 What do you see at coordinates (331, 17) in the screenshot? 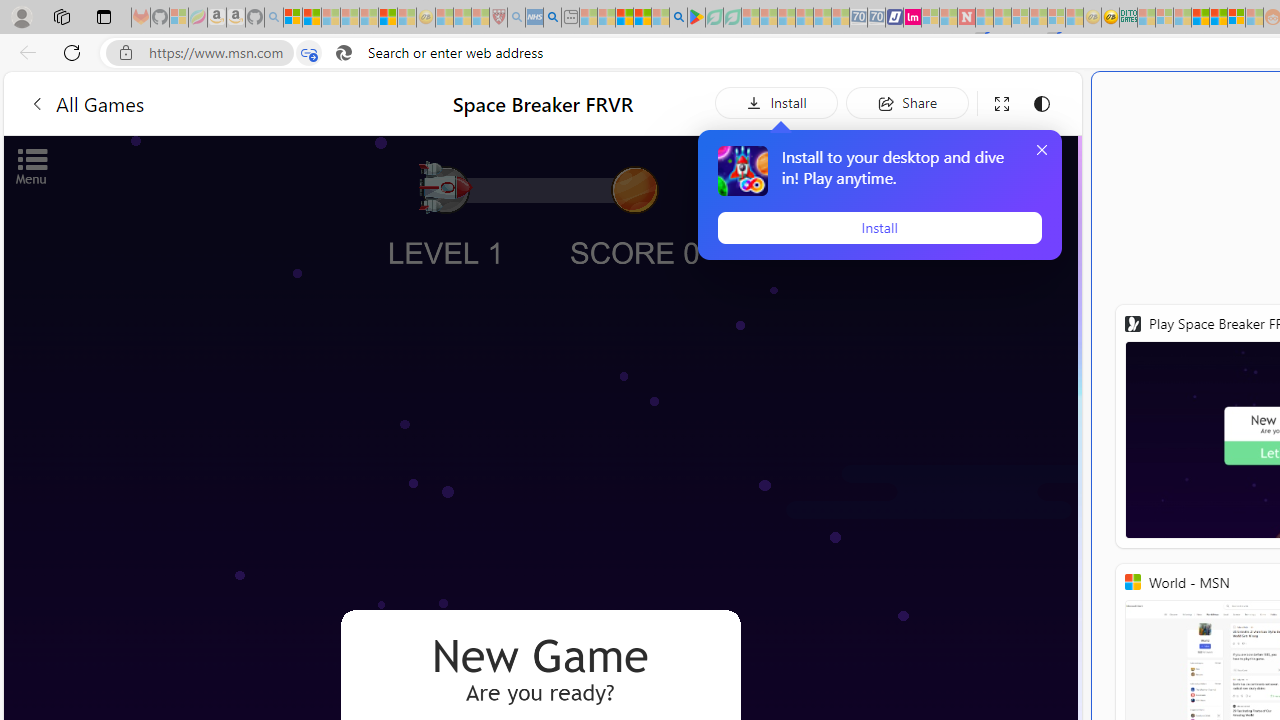
I see `'The Weather Channel - MSN - Sleeping'` at bounding box center [331, 17].